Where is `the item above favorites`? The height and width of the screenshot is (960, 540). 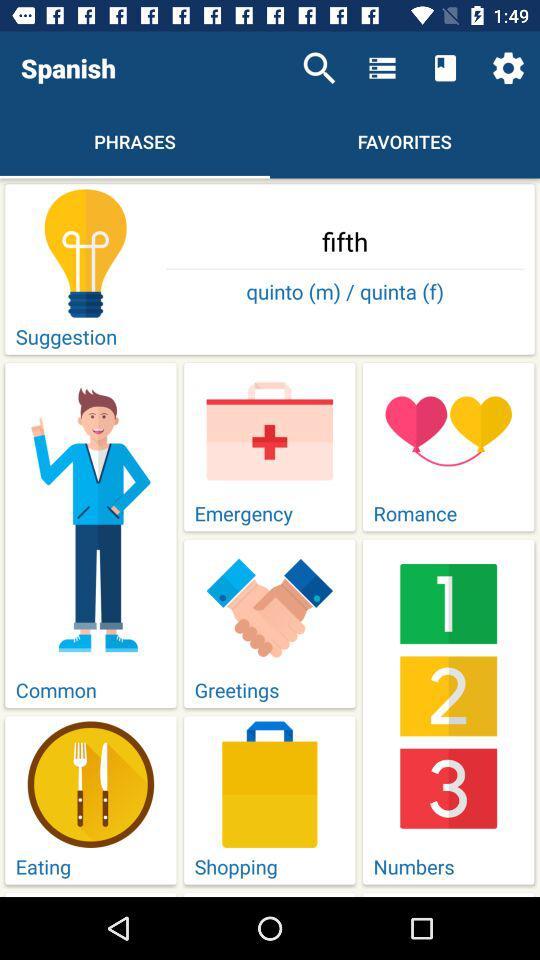
the item above favorites is located at coordinates (445, 68).